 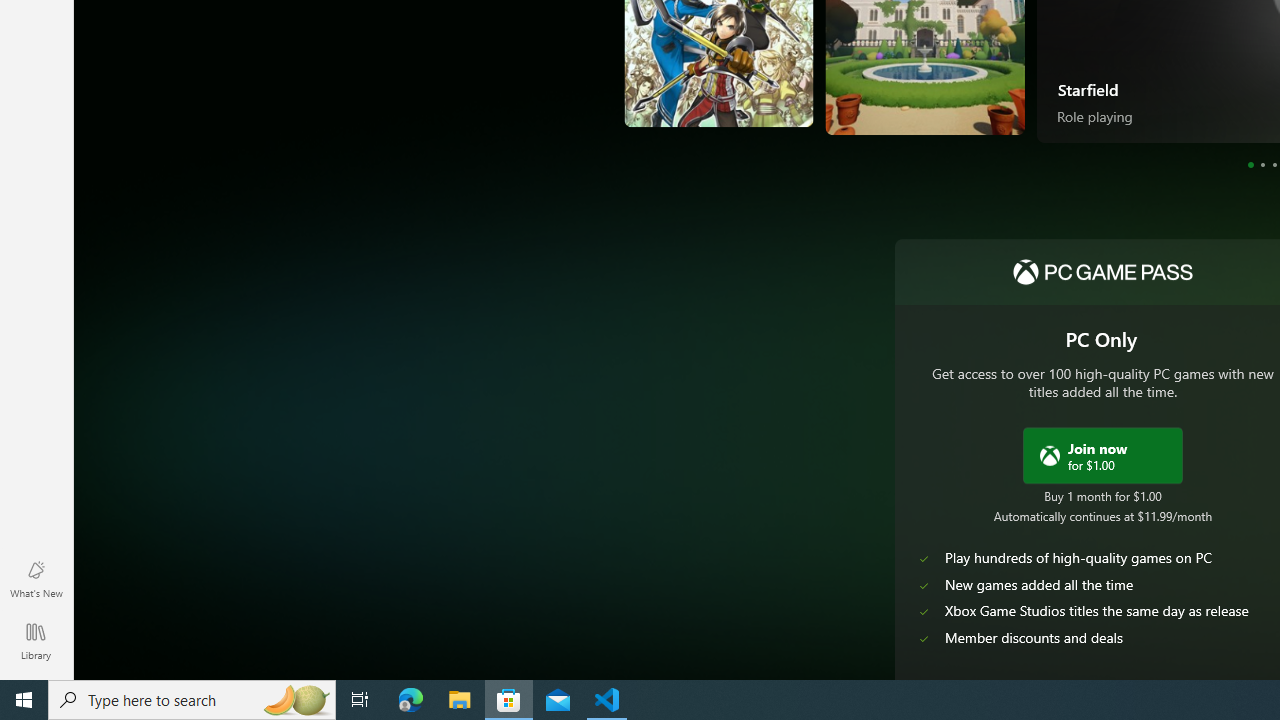 What do you see at coordinates (672, 78) in the screenshot?
I see `'Eiyuden Chronicle: Hundred Heroes'` at bounding box center [672, 78].